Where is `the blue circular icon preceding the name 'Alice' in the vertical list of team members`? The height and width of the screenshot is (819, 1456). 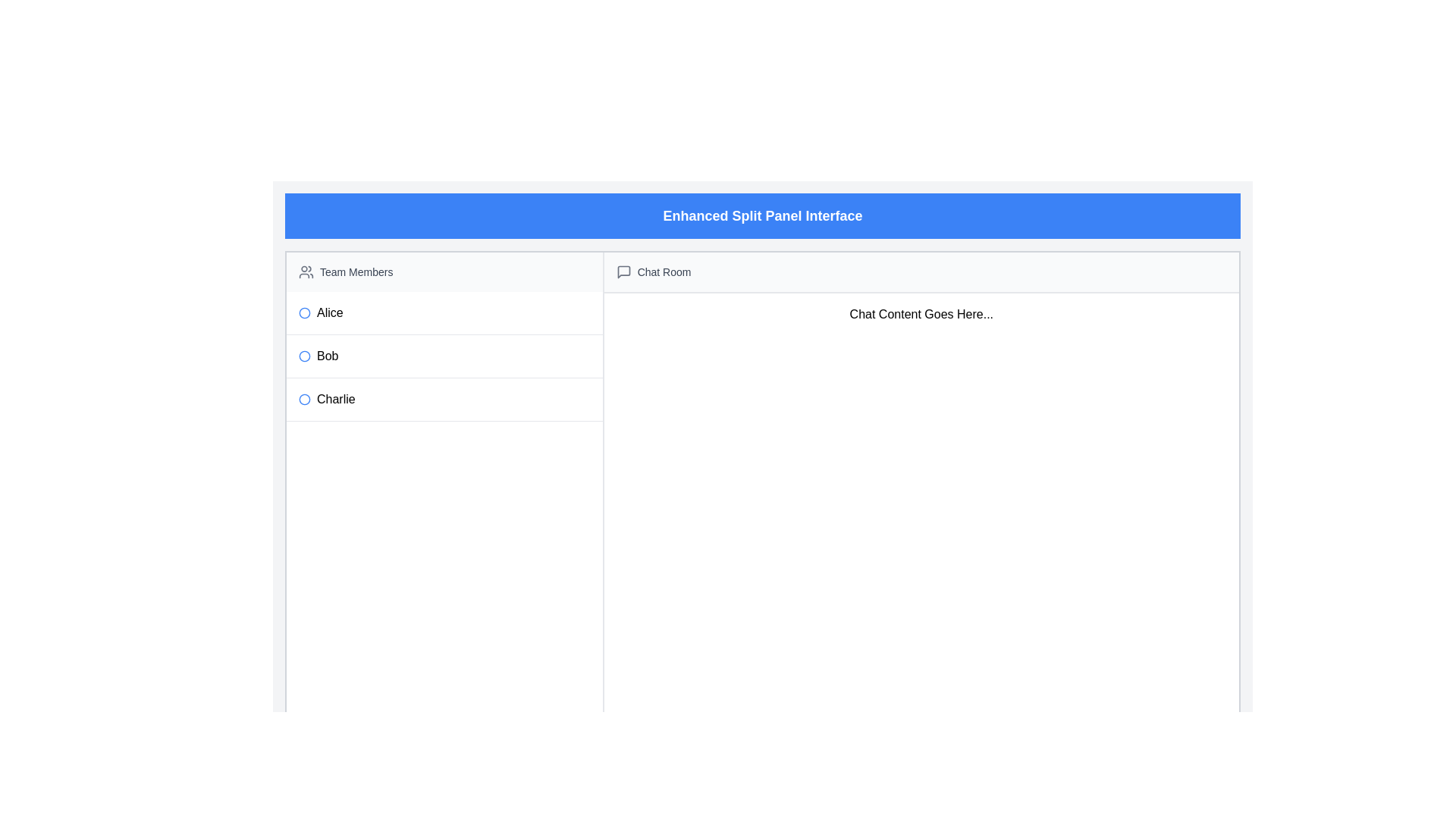
the blue circular icon preceding the name 'Alice' in the vertical list of team members is located at coordinates (304, 312).